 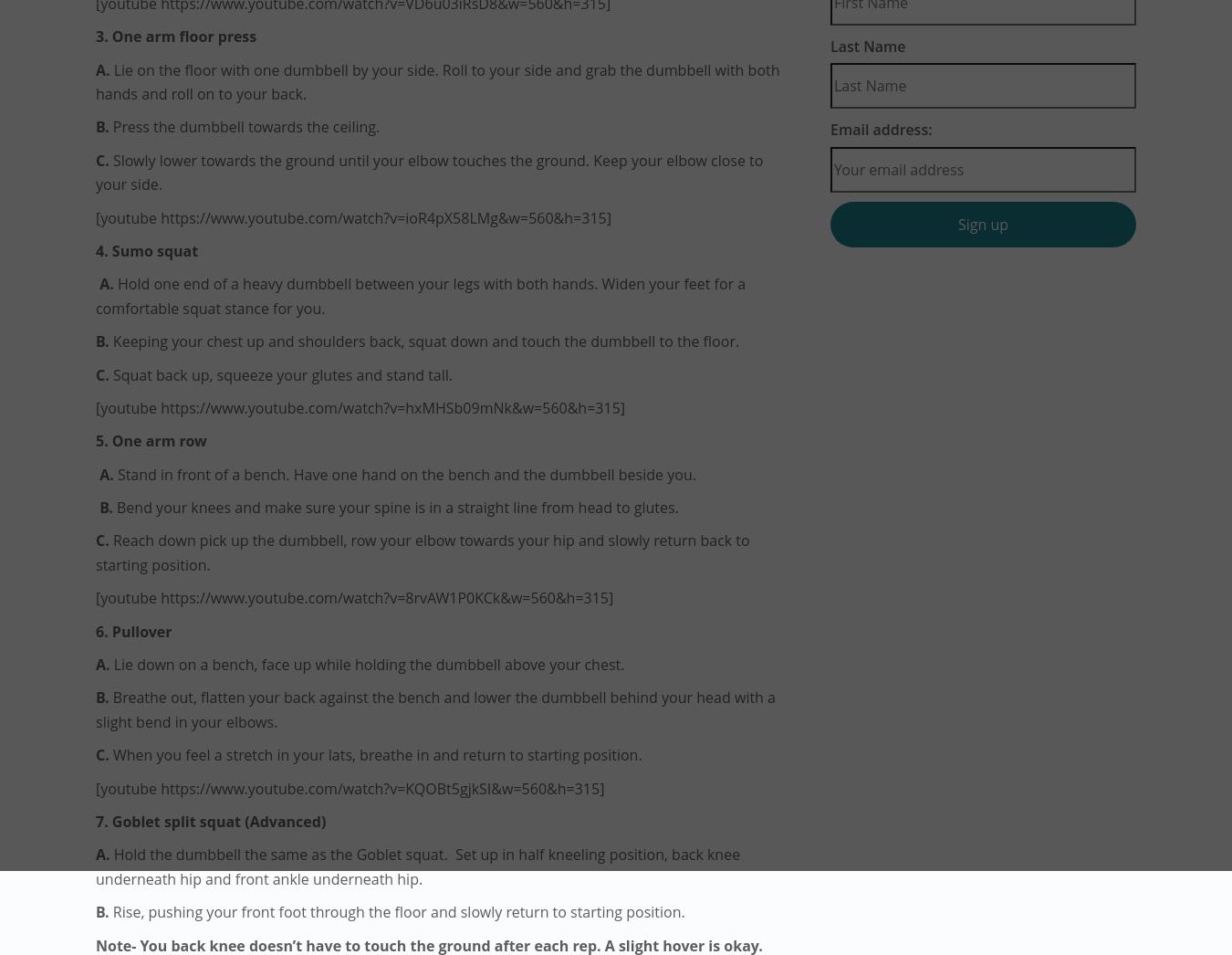 What do you see at coordinates (95, 441) in the screenshot?
I see `'5. One arm row'` at bounding box center [95, 441].